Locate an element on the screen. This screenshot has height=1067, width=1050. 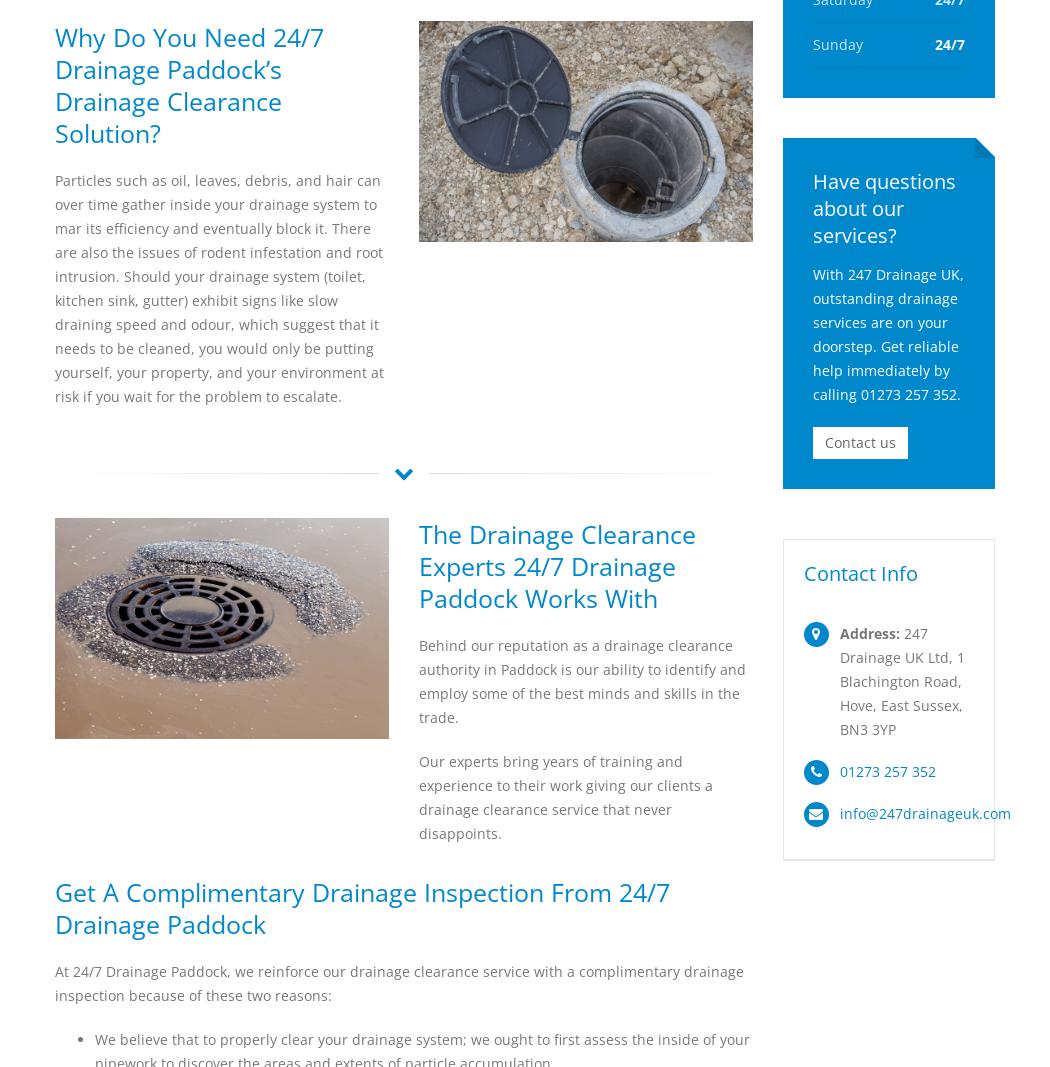
'Get a Complimentary Drainage Inspection from 24/7 Drainage Paddock' is located at coordinates (361, 908).